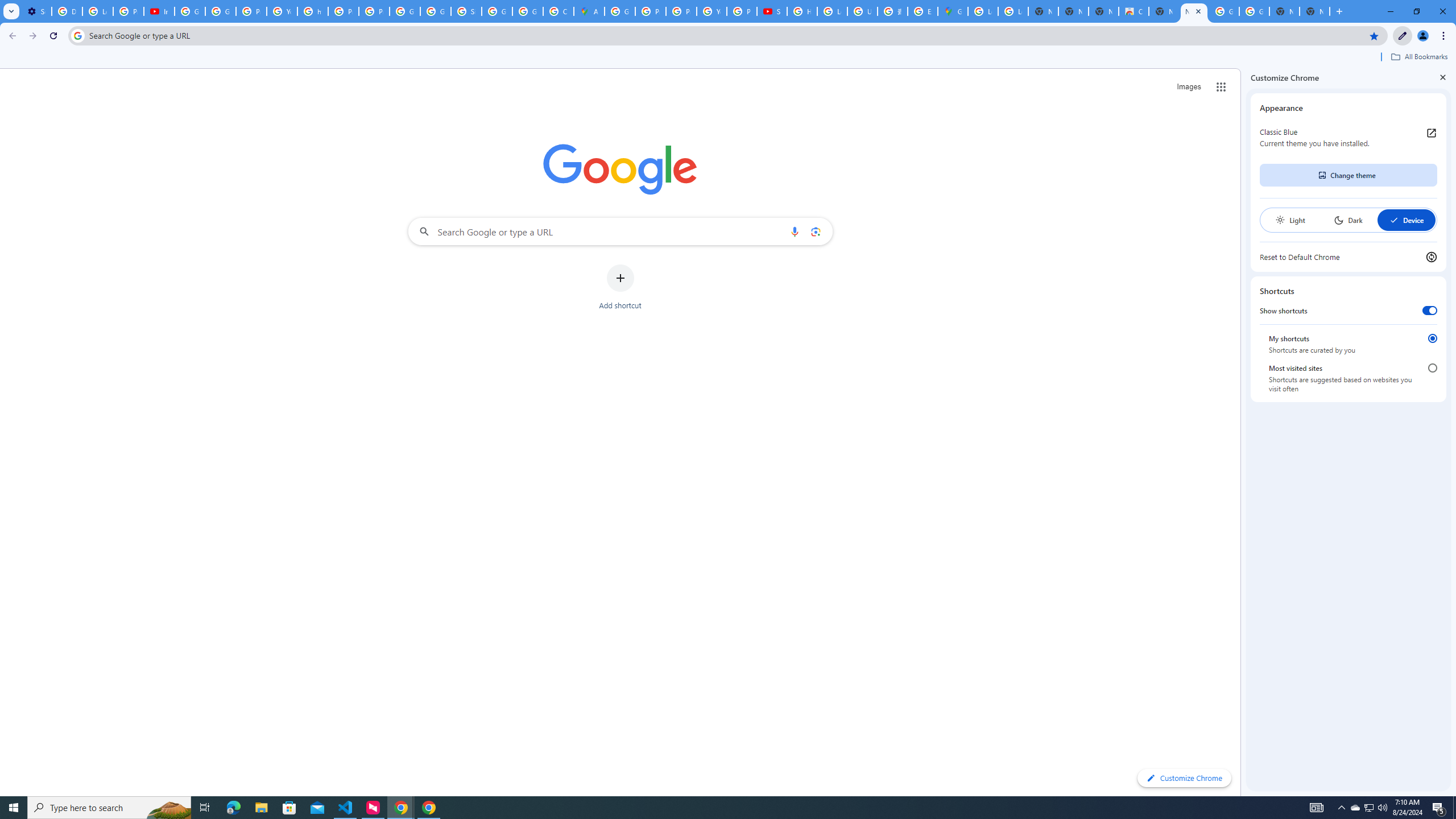 The height and width of the screenshot is (819, 1456). What do you see at coordinates (1220, 86) in the screenshot?
I see `'Google apps'` at bounding box center [1220, 86].